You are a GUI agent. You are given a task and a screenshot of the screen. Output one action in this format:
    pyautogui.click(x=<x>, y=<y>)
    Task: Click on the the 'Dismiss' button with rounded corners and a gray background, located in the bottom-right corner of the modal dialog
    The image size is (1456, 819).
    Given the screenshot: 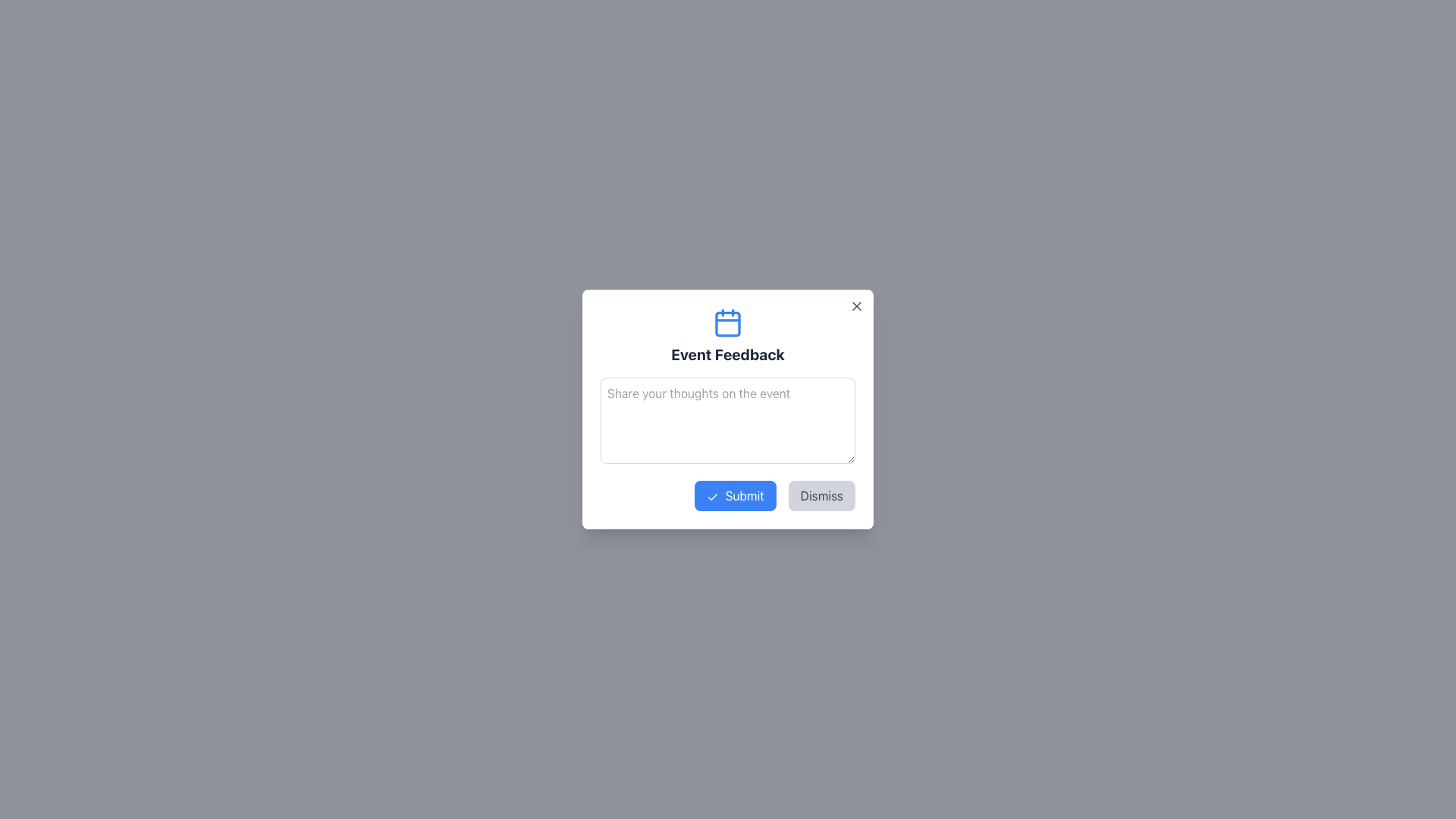 What is the action you would take?
    pyautogui.click(x=821, y=496)
    